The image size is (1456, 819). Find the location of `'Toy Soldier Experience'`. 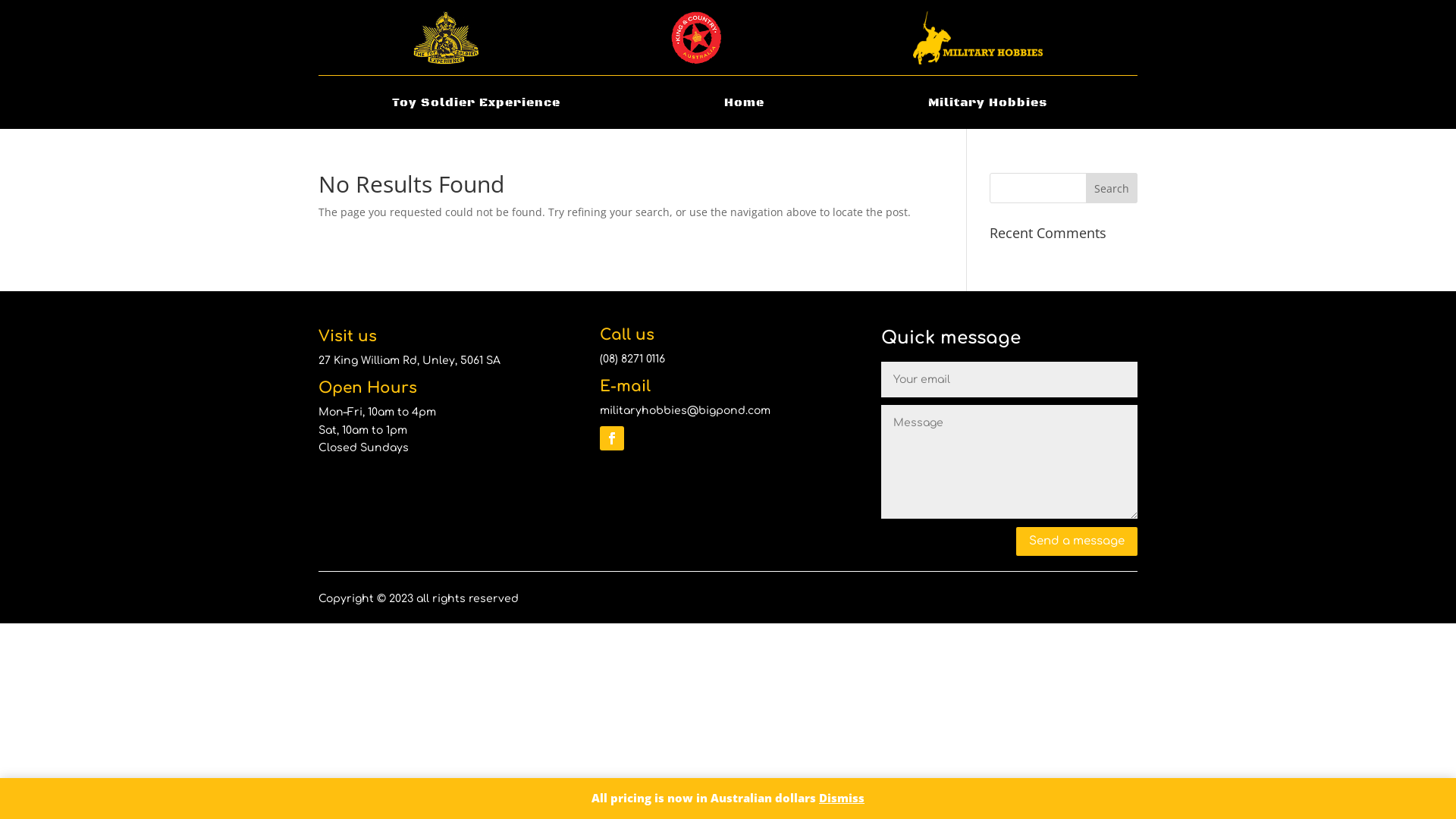

'Toy Soldier Experience' is located at coordinates (475, 104).